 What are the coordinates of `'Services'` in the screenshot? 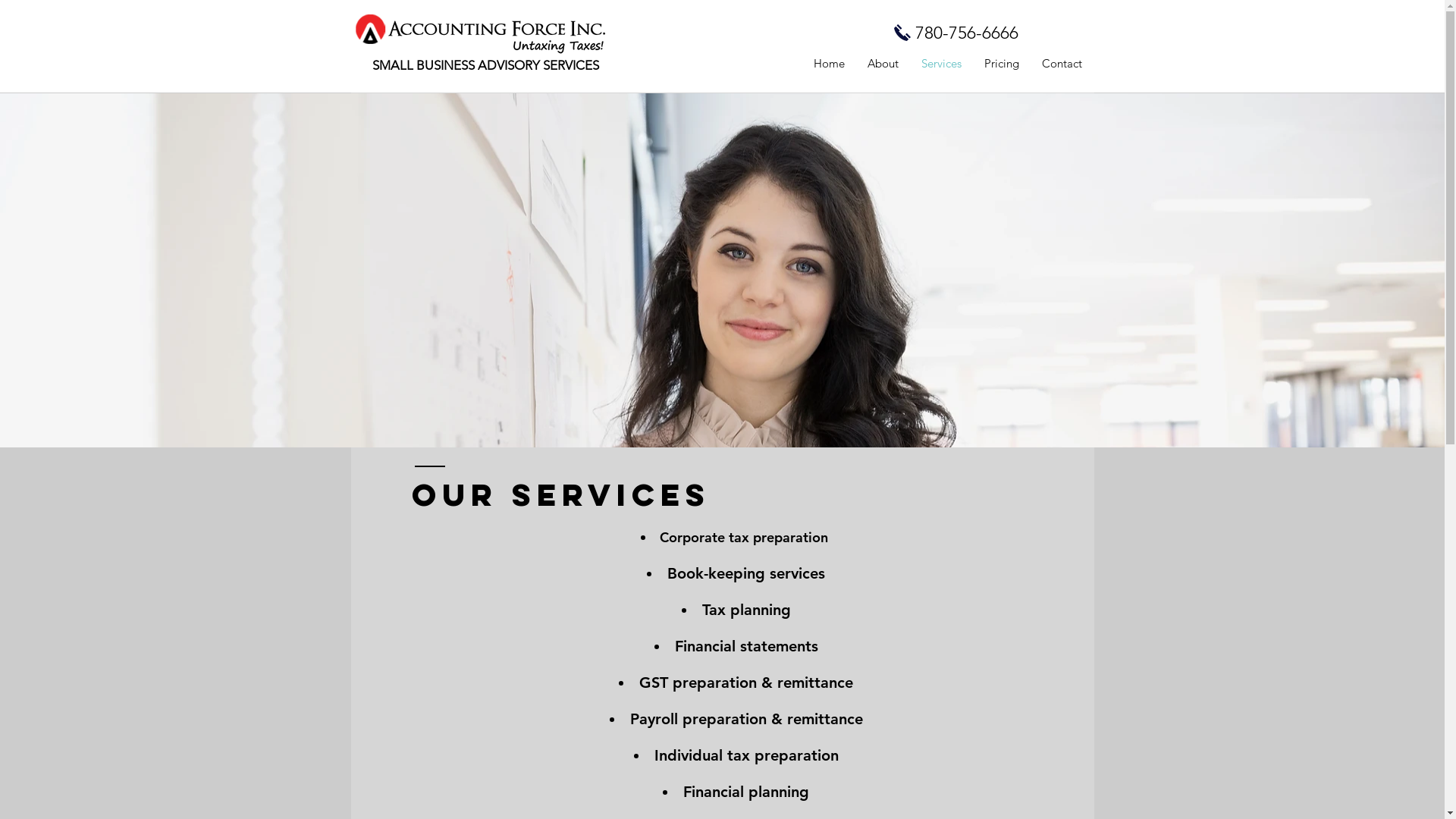 It's located at (910, 63).